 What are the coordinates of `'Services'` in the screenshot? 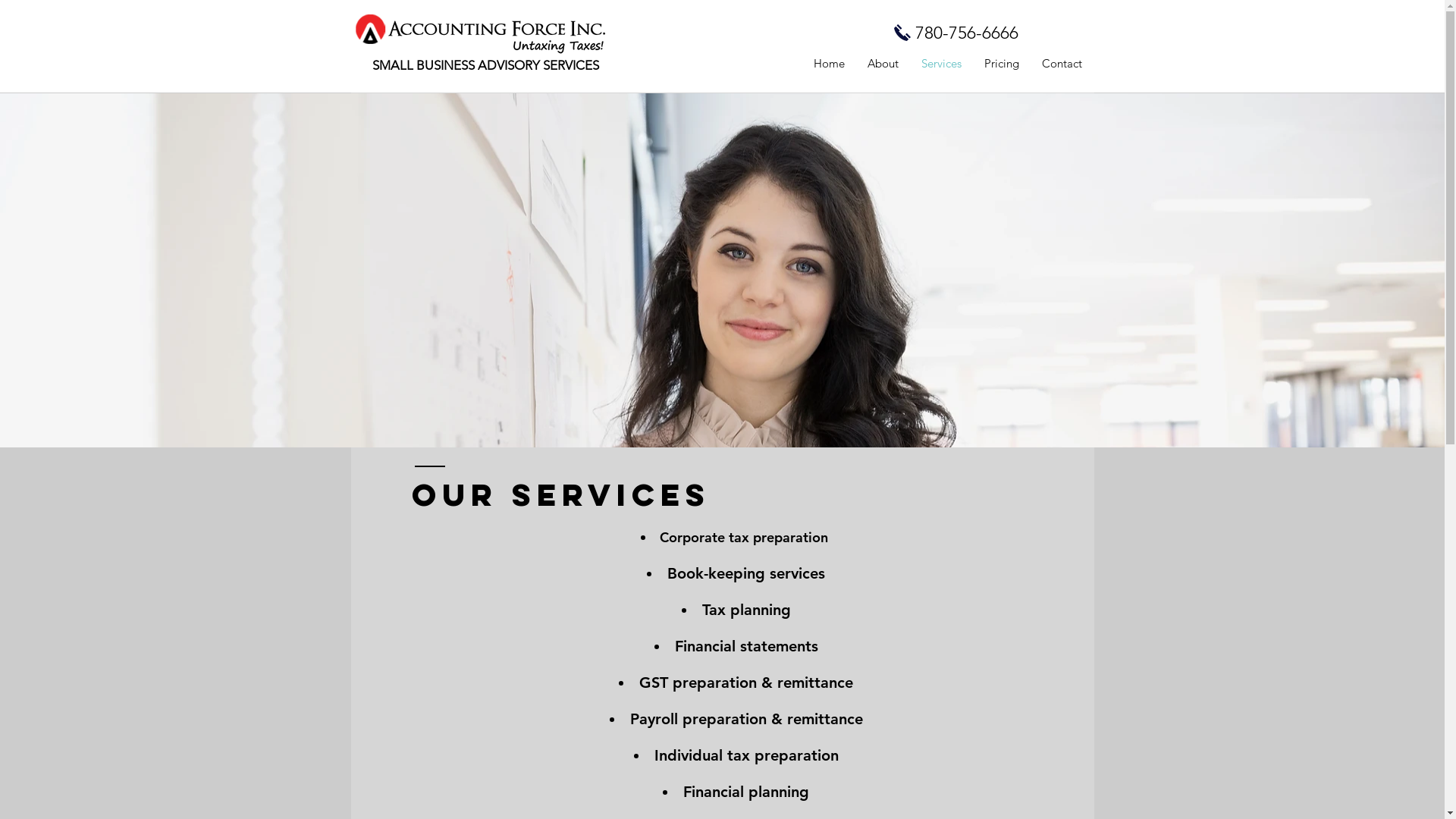 It's located at (910, 63).